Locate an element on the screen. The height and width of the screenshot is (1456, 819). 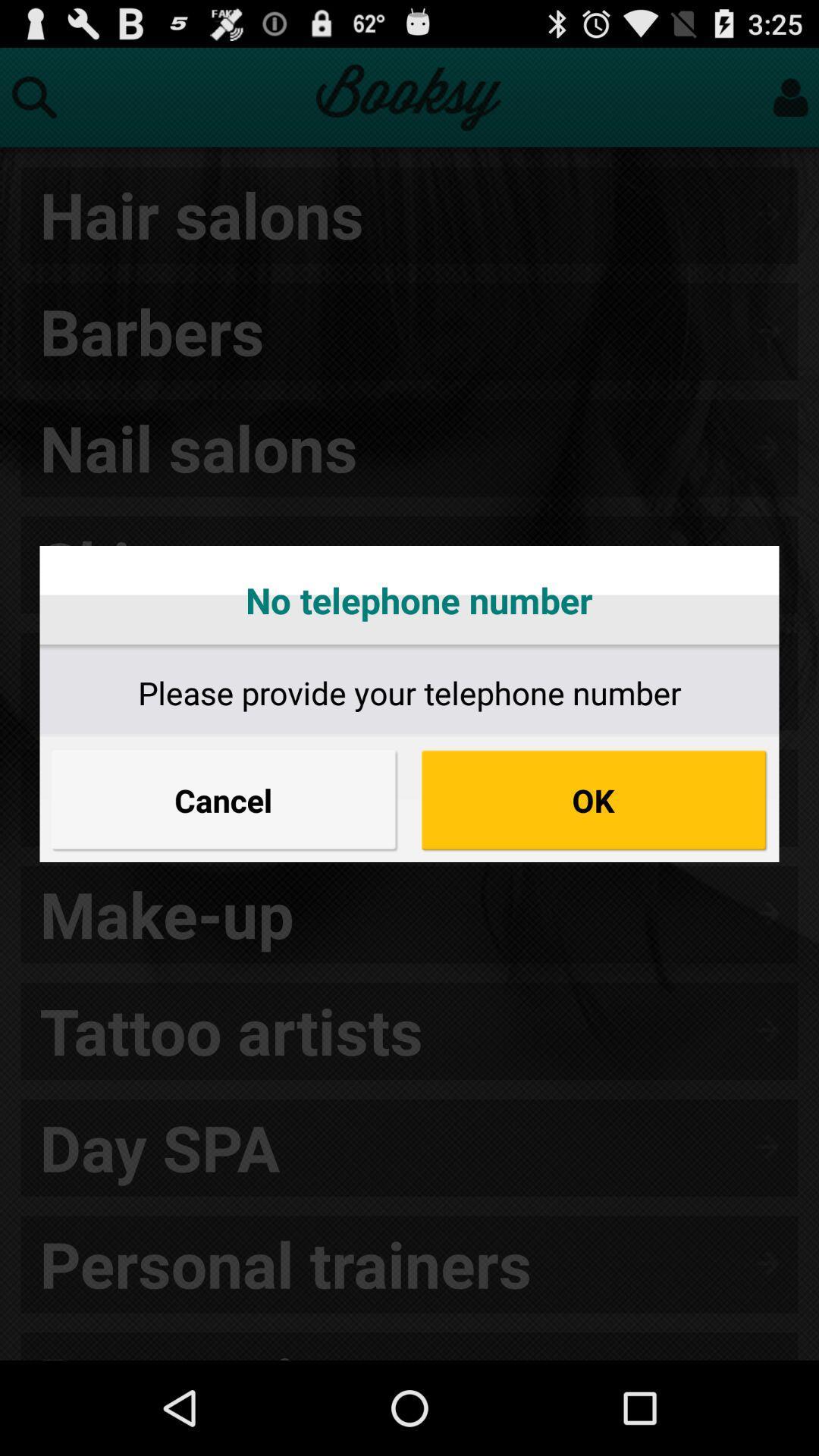
item below the please provide your is located at coordinates (224, 799).